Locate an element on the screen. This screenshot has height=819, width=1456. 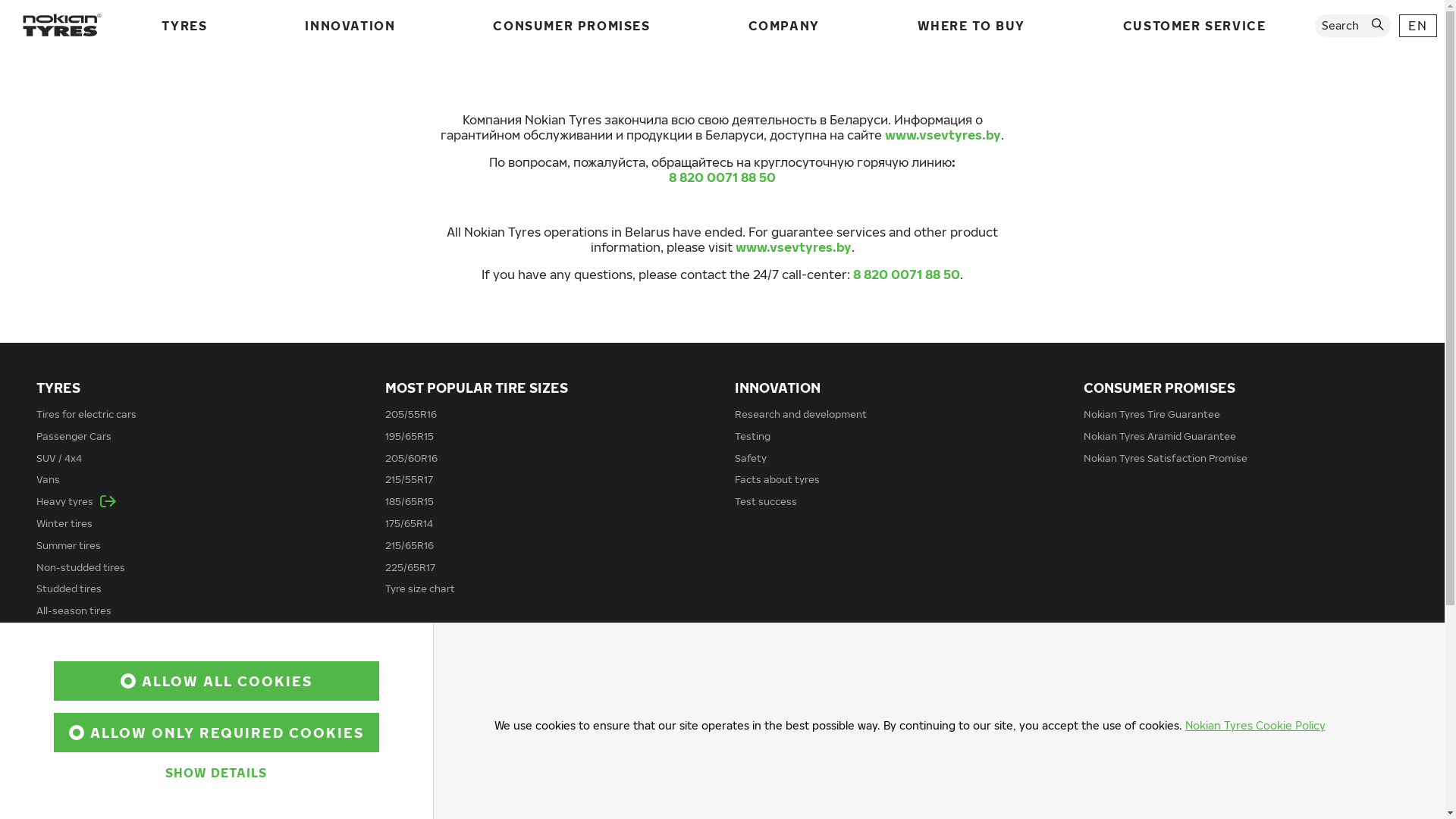
'Nokian Tyres Satisfaction Promise' is located at coordinates (1164, 457).